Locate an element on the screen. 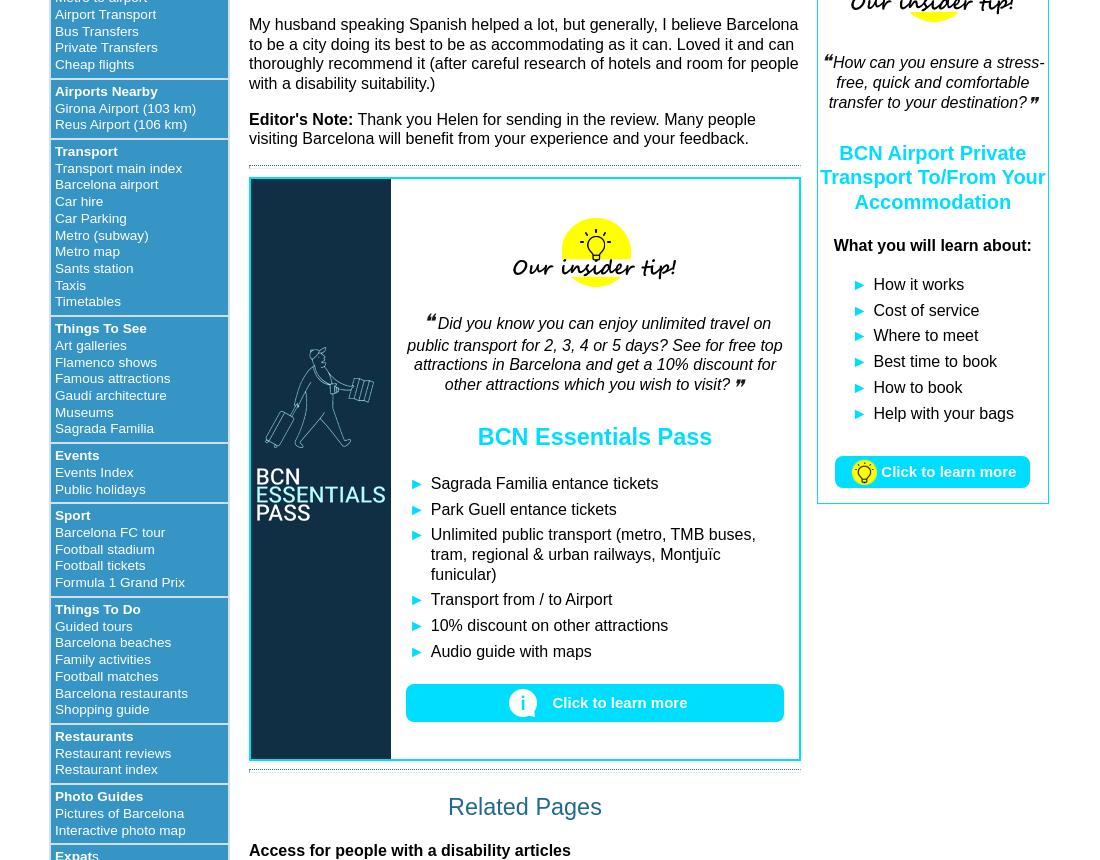 This screenshot has width=1100, height=860. 'BCN Essentials Pass' is located at coordinates (475, 436).